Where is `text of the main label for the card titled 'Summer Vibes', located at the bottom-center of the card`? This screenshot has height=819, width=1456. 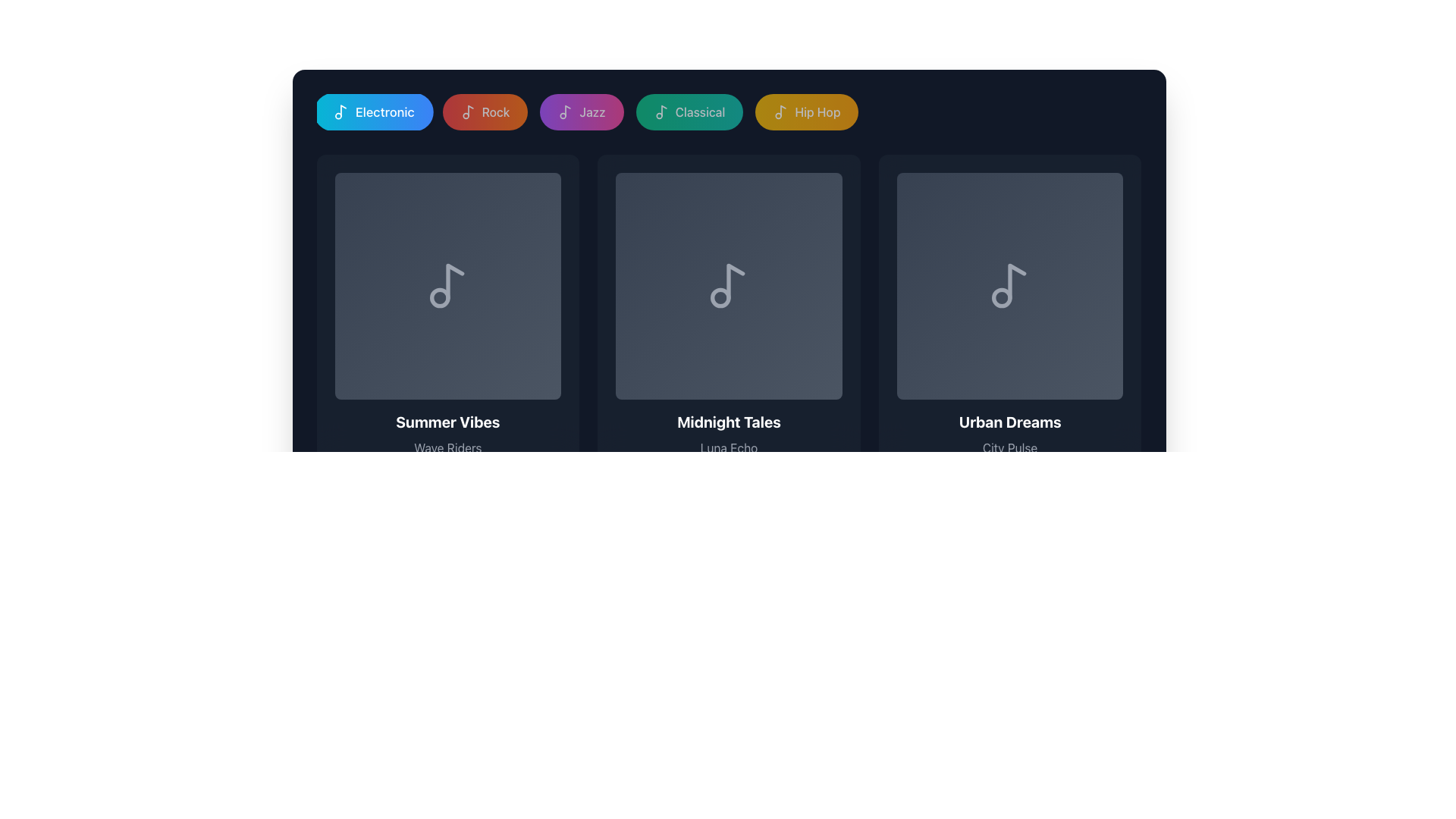 text of the main label for the card titled 'Summer Vibes', located at the bottom-center of the card is located at coordinates (447, 422).